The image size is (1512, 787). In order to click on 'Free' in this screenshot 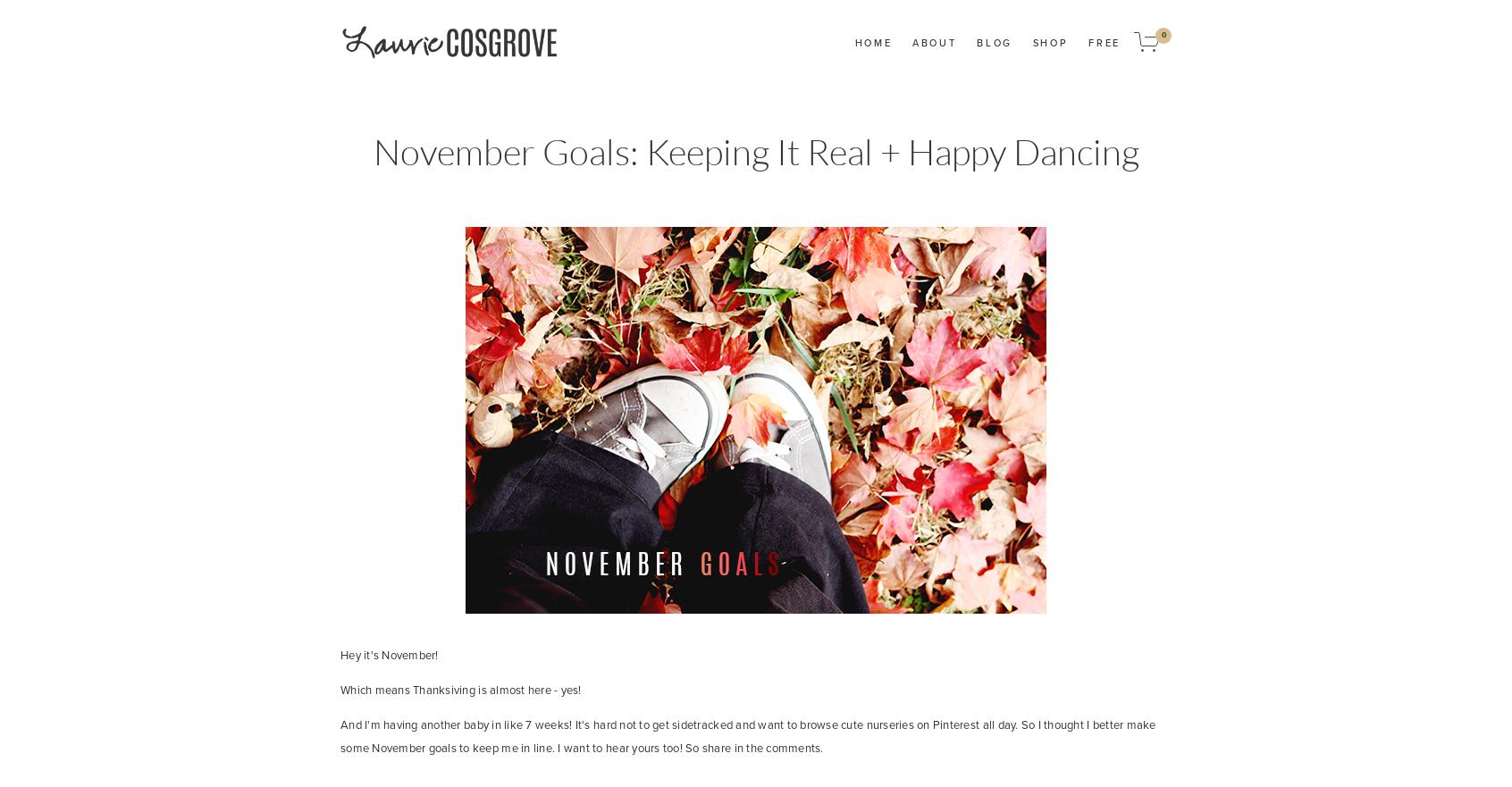, I will do `click(1088, 41)`.